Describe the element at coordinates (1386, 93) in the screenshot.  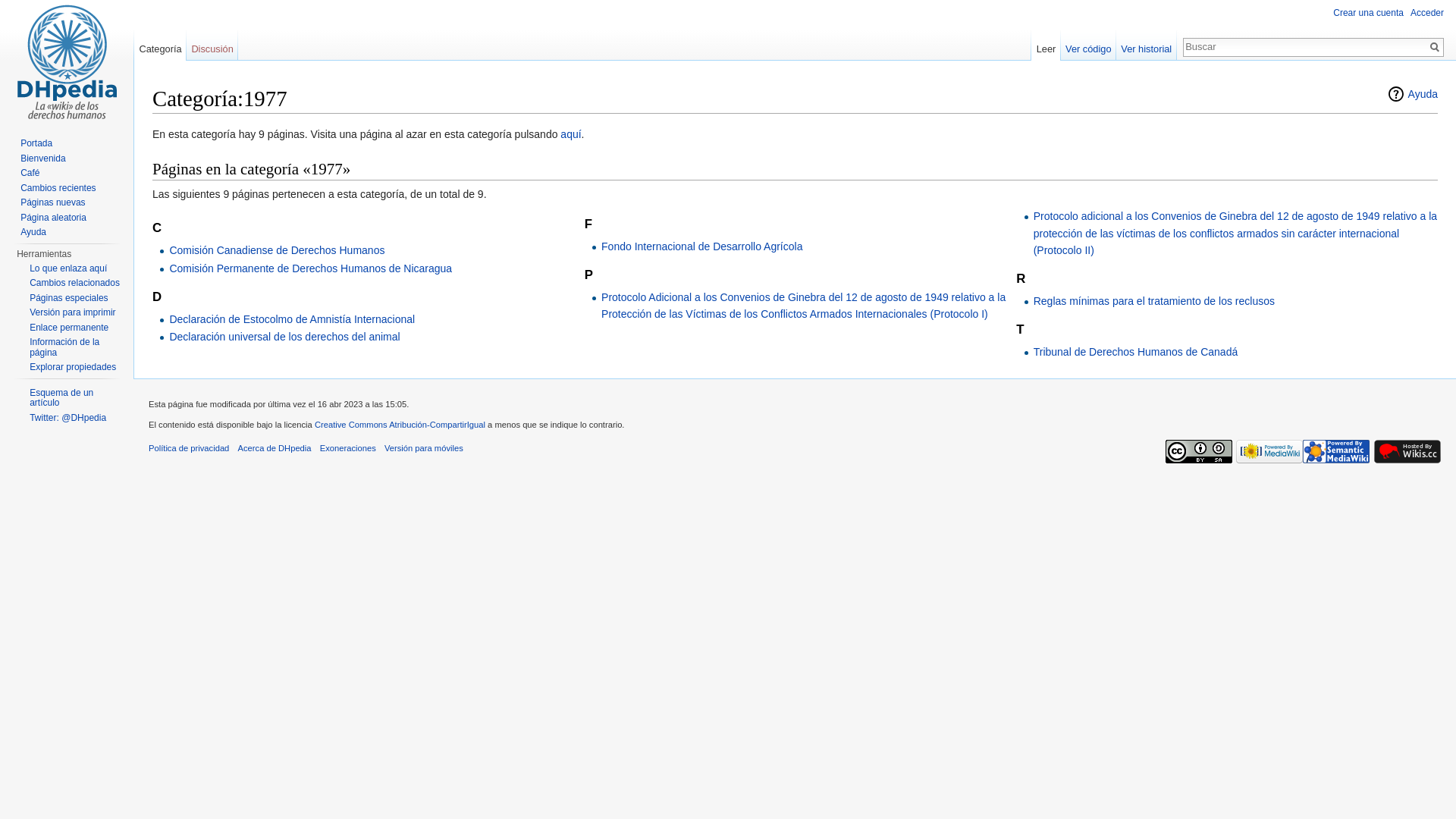
I see `'Ayuda'` at that location.